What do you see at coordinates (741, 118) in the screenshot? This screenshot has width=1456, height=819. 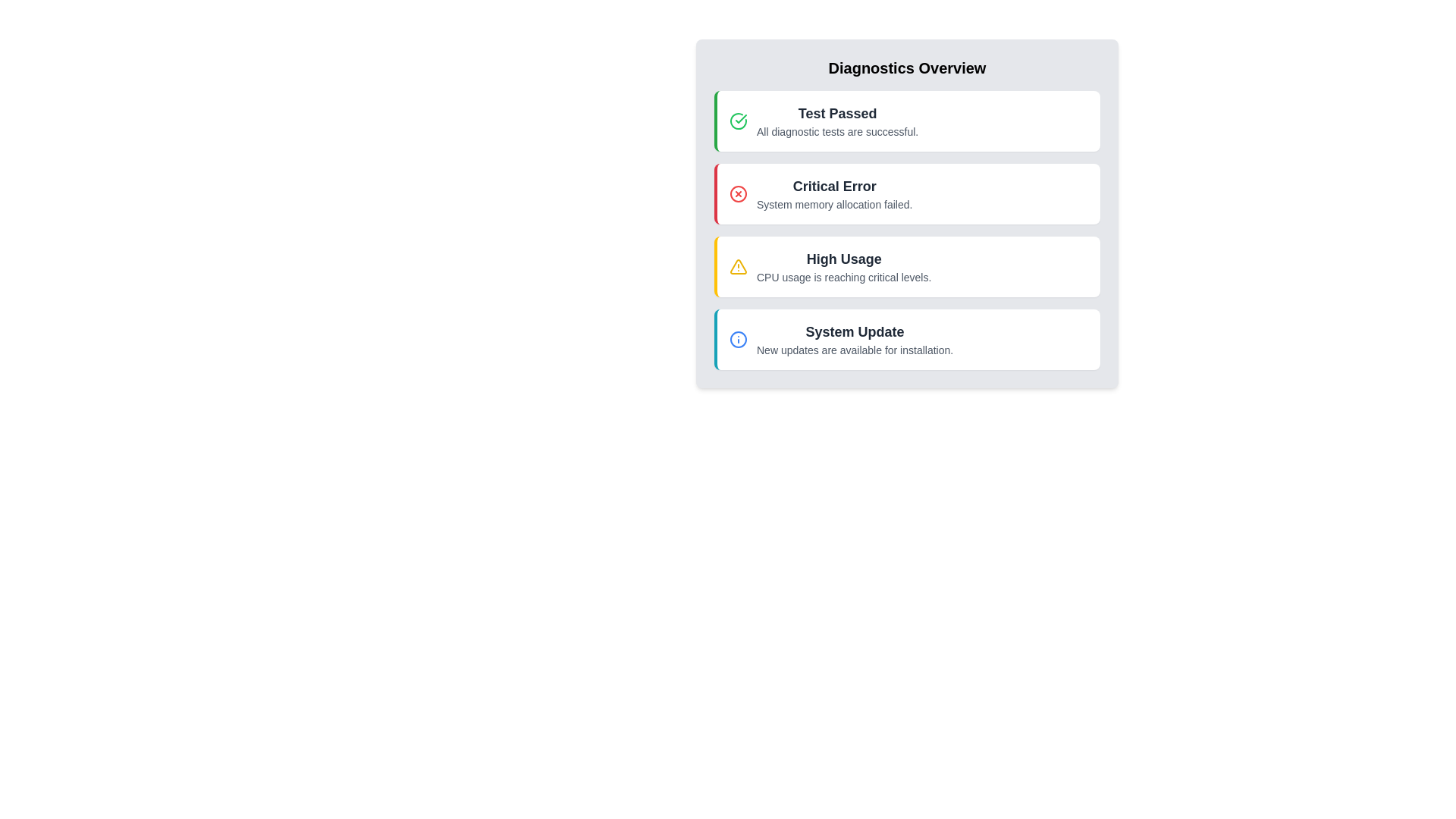 I see `the 'Test Passed' icon in the Diagnostics Overview section to visually confirm the item's successful status` at bounding box center [741, 118].